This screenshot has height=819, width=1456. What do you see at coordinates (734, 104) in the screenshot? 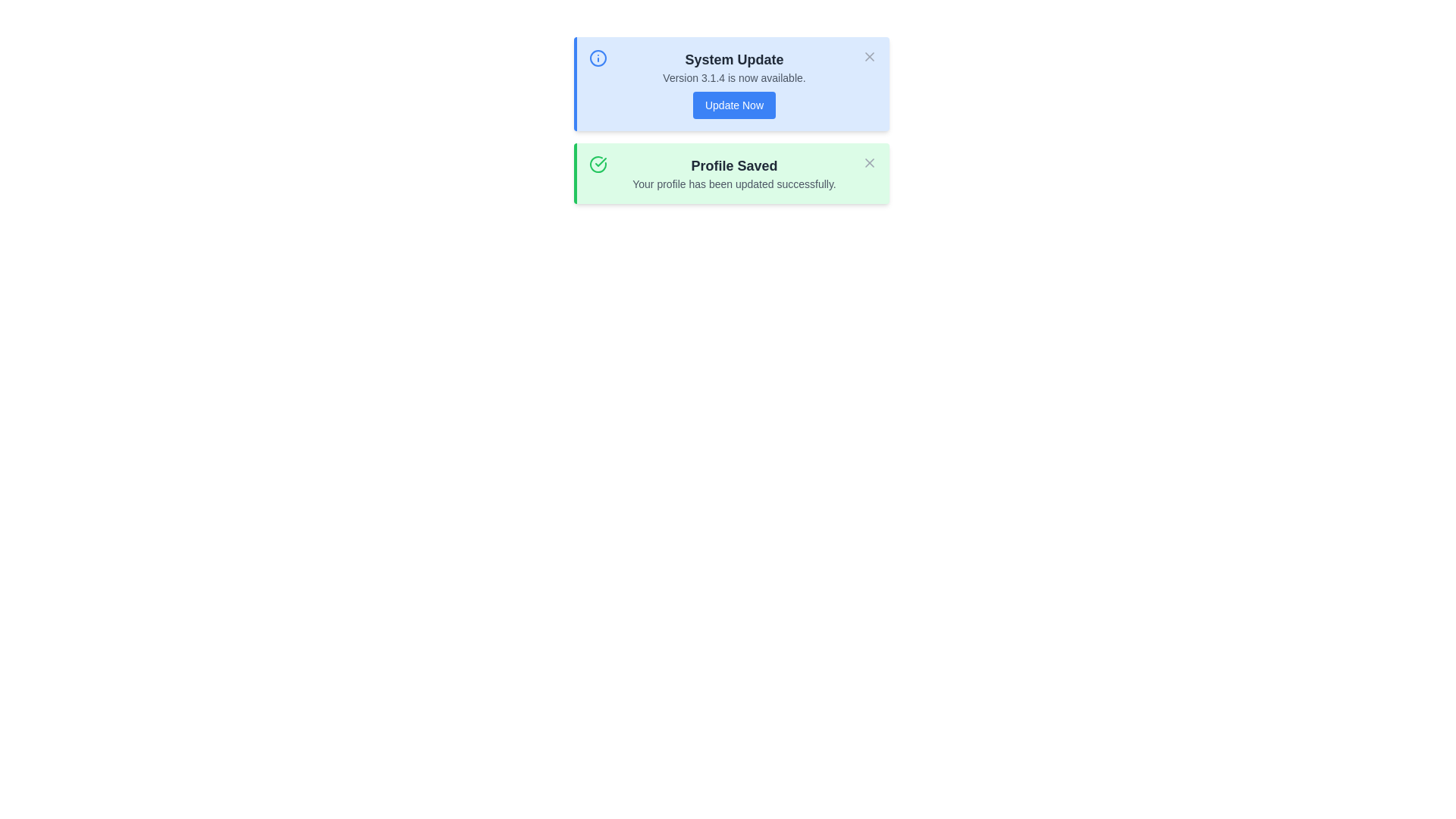
I see `the 'Update Now' button with a blue background and white text located in the 'System Update' notification card` at bounding box center [734, 104].